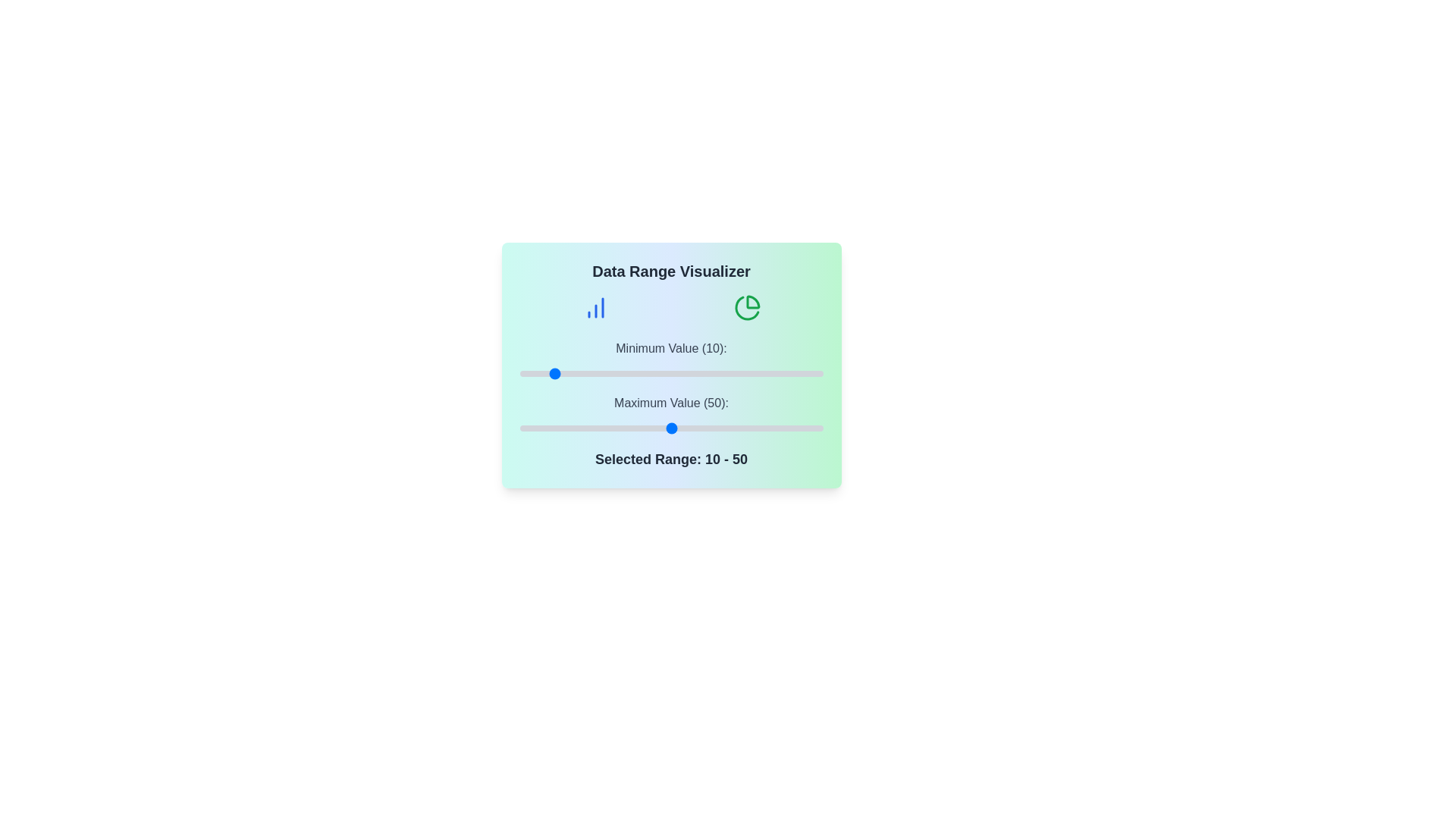  I want to click on the pie chart icon, so click(747, 307).